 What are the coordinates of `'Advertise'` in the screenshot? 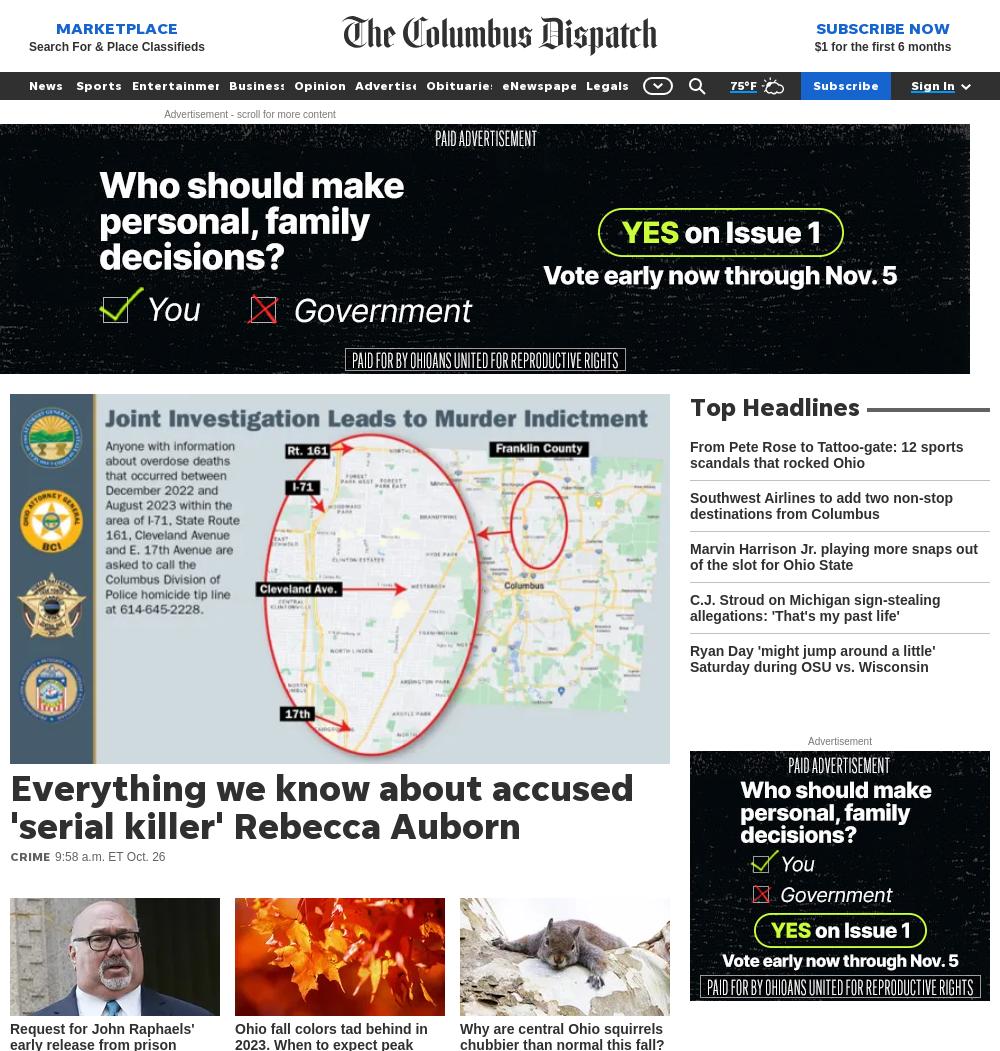 It's located at (387, 85).